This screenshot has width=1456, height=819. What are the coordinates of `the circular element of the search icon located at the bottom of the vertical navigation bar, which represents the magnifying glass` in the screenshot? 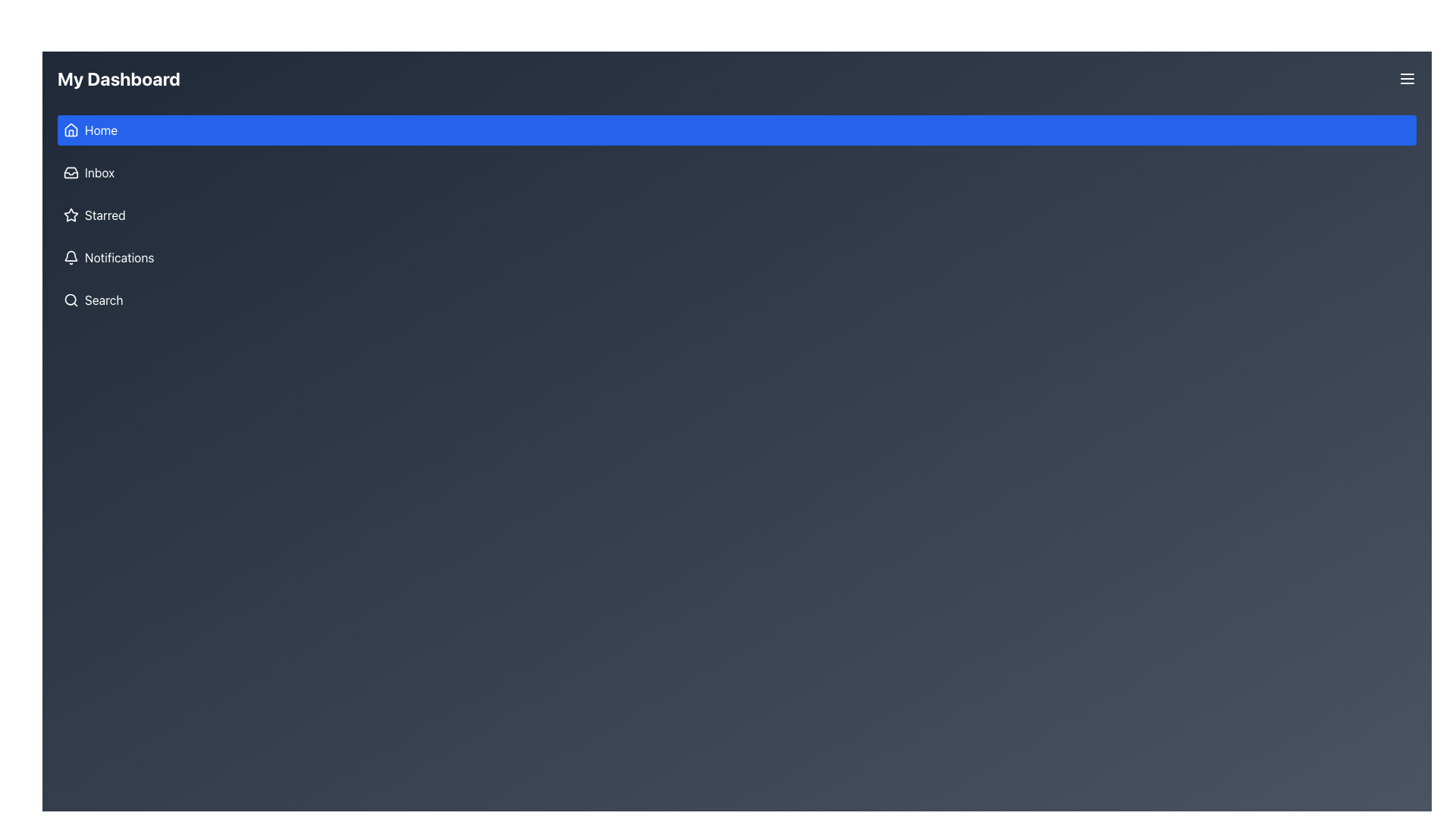 It's located at (70, 300).